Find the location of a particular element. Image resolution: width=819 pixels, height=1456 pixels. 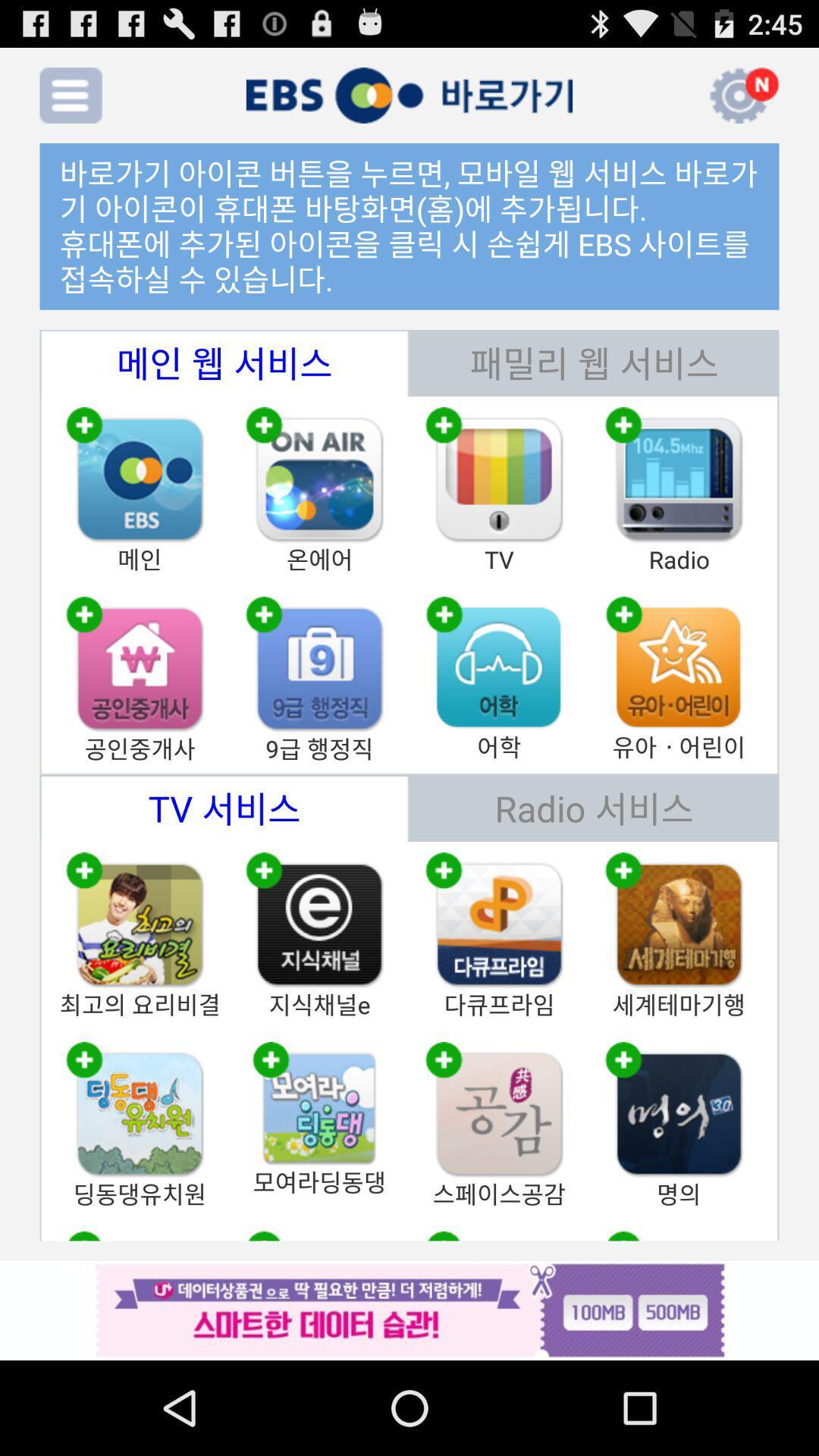

the photo icon is located at coordinates (318, 715).